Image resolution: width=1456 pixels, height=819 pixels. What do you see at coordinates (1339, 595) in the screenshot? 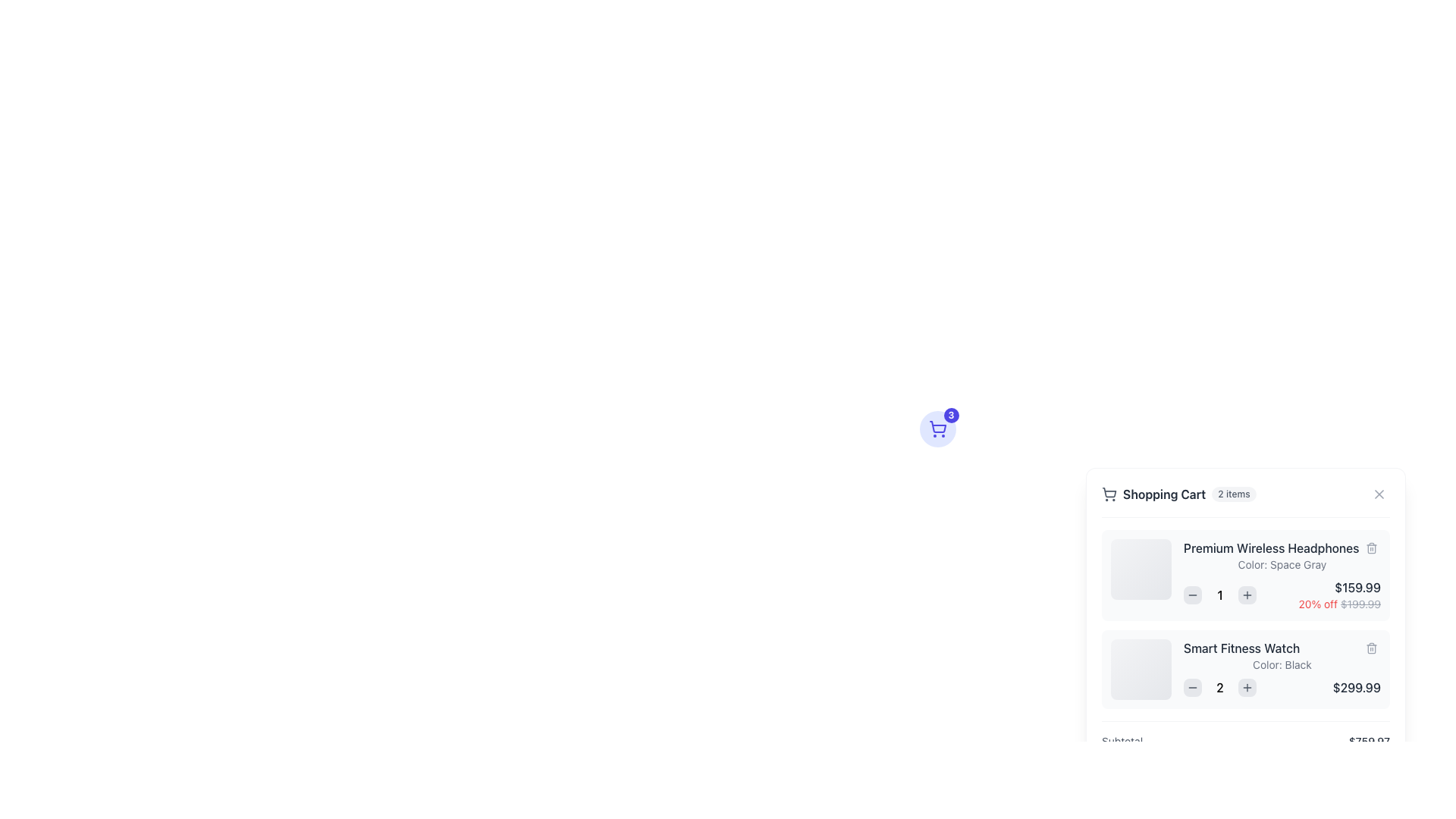
I see `pricing and discount information displayed in the Label for the 'Premium Wireless Headphones' item, which shows '$159.99' in bold black, '20% off' in red, and the original price '$199.99' in gray with a strike-through` at bounding box center [1339, 595].